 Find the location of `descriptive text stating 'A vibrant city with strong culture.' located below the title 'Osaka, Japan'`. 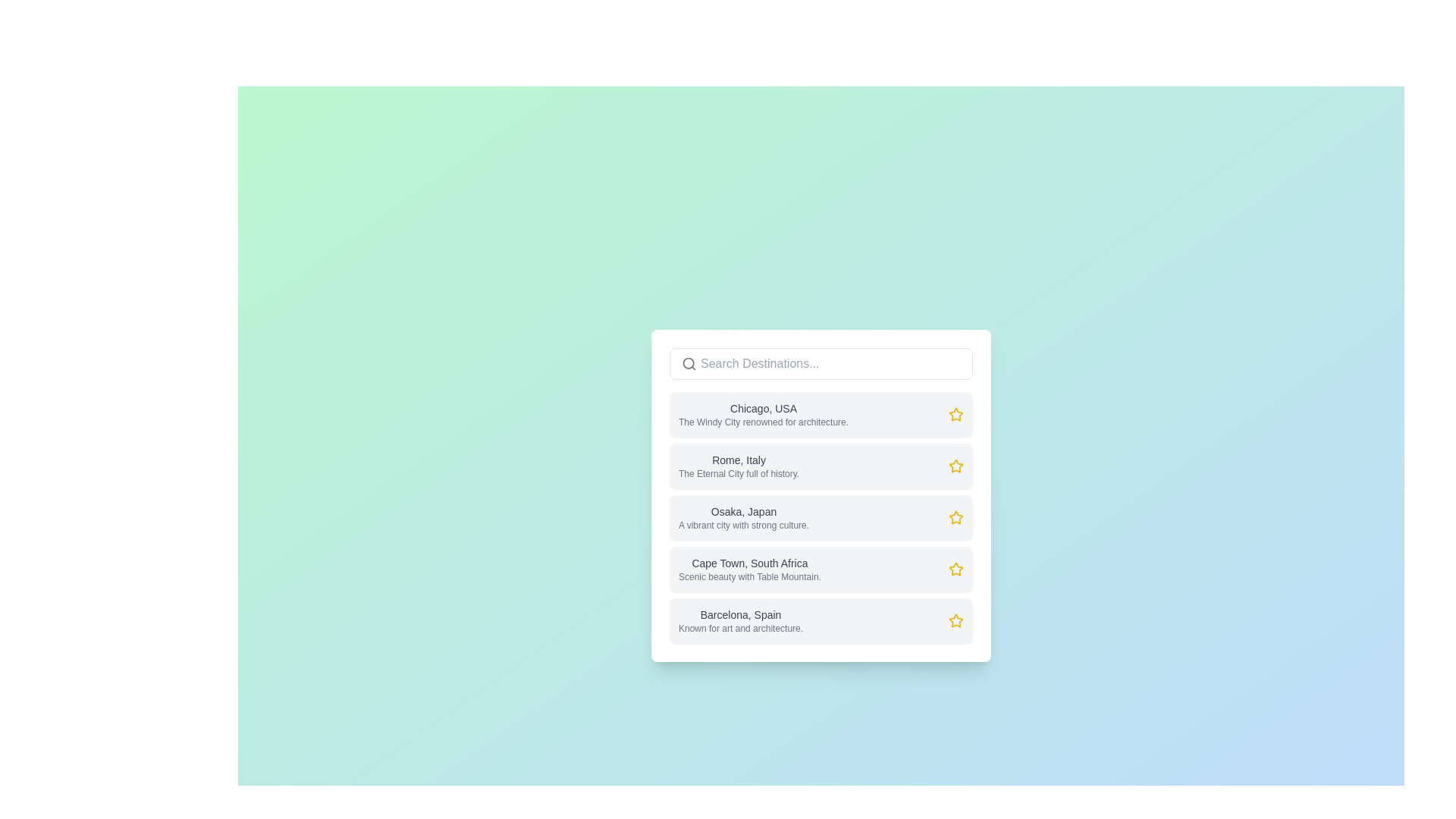

descriptive text stating 'A vibrant city with strong culture.' located below the title 'Osaka, Japan' is located at coordinates (744, 525).